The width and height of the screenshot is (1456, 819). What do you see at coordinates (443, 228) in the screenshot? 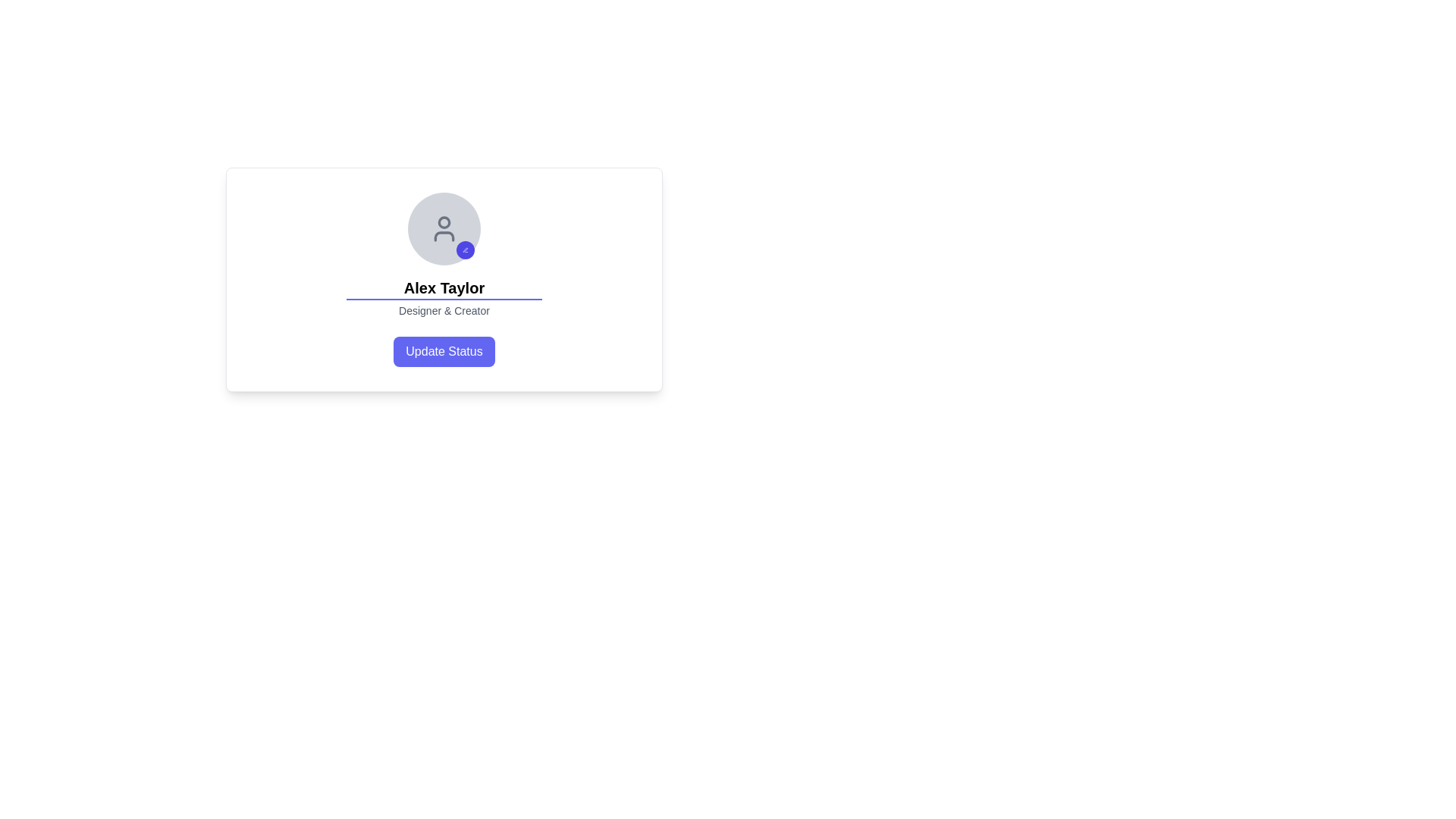
I see `the circular profile picture placeholder with a light gray background and a blue circular edit button in the lower right corner` at bounding box center [443, 228].